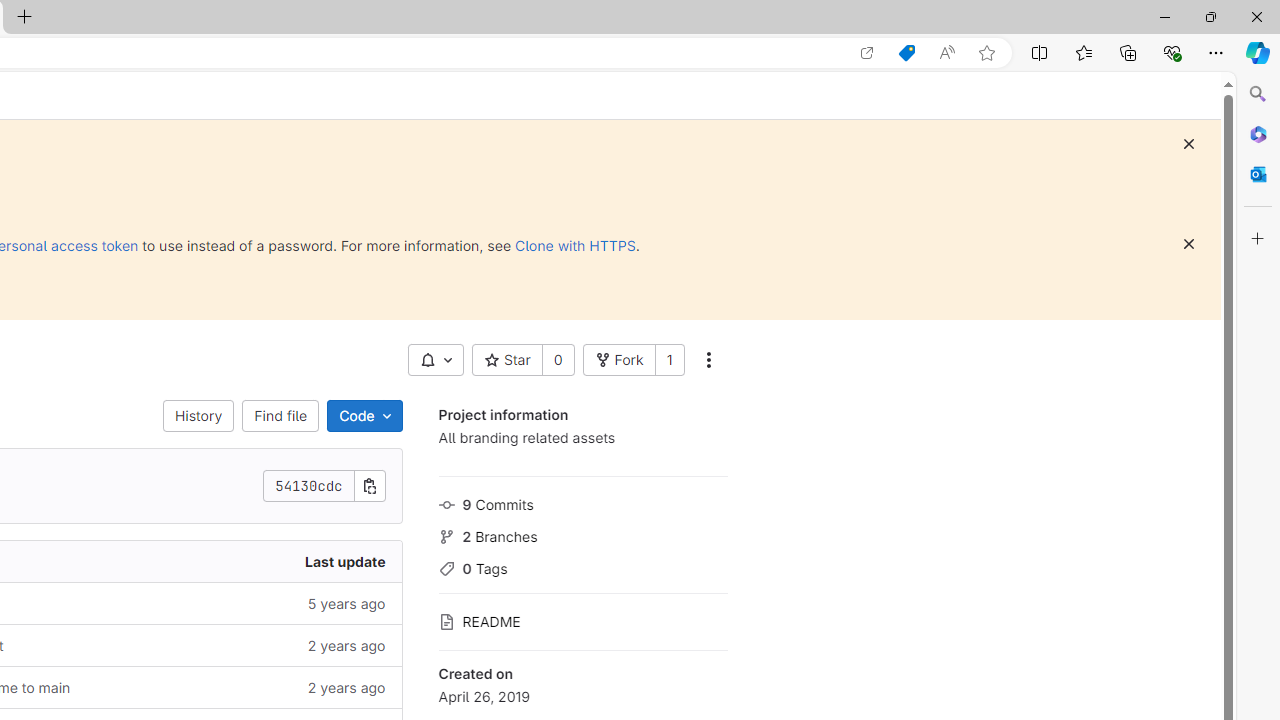 This screenshot has width=1280, height=720. Describe the element at coordinates (199, 415) in the screenshot. I see `'History'` at that location.